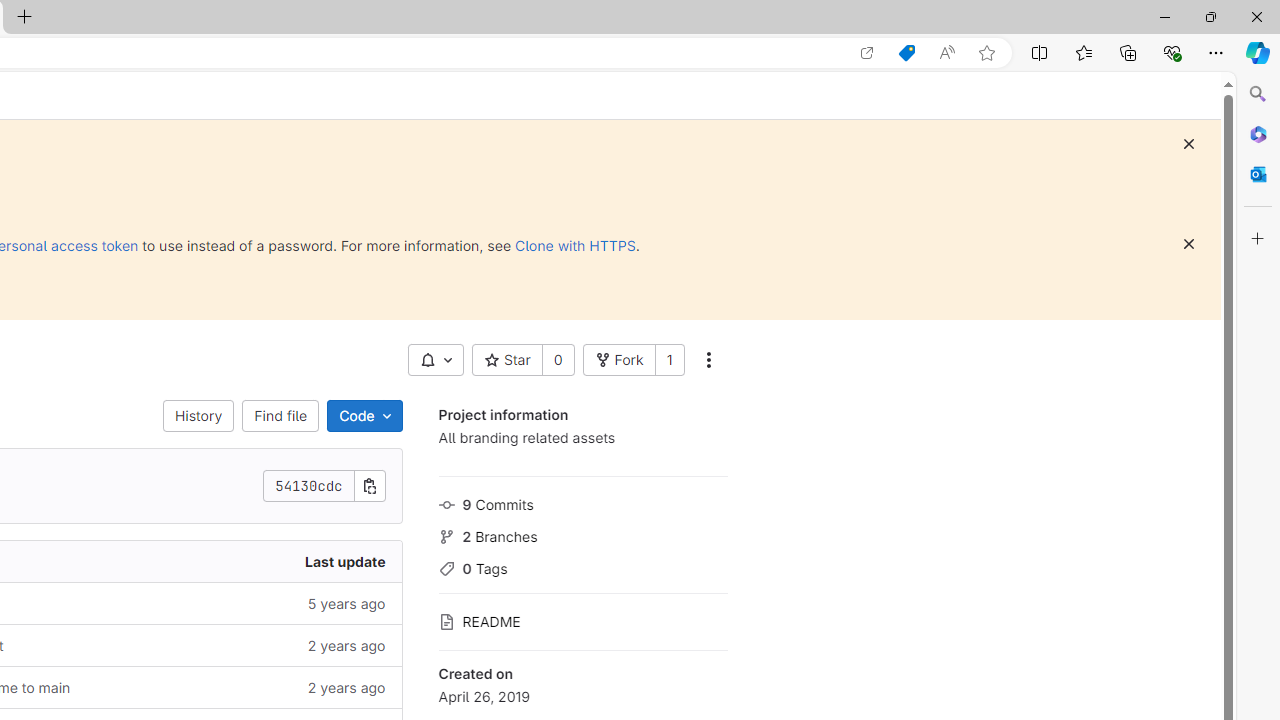 This screenshot has width=1280, height=720. Describe the element at coordinates (199, 415) in the screenshot. I see `'History'` at that location.